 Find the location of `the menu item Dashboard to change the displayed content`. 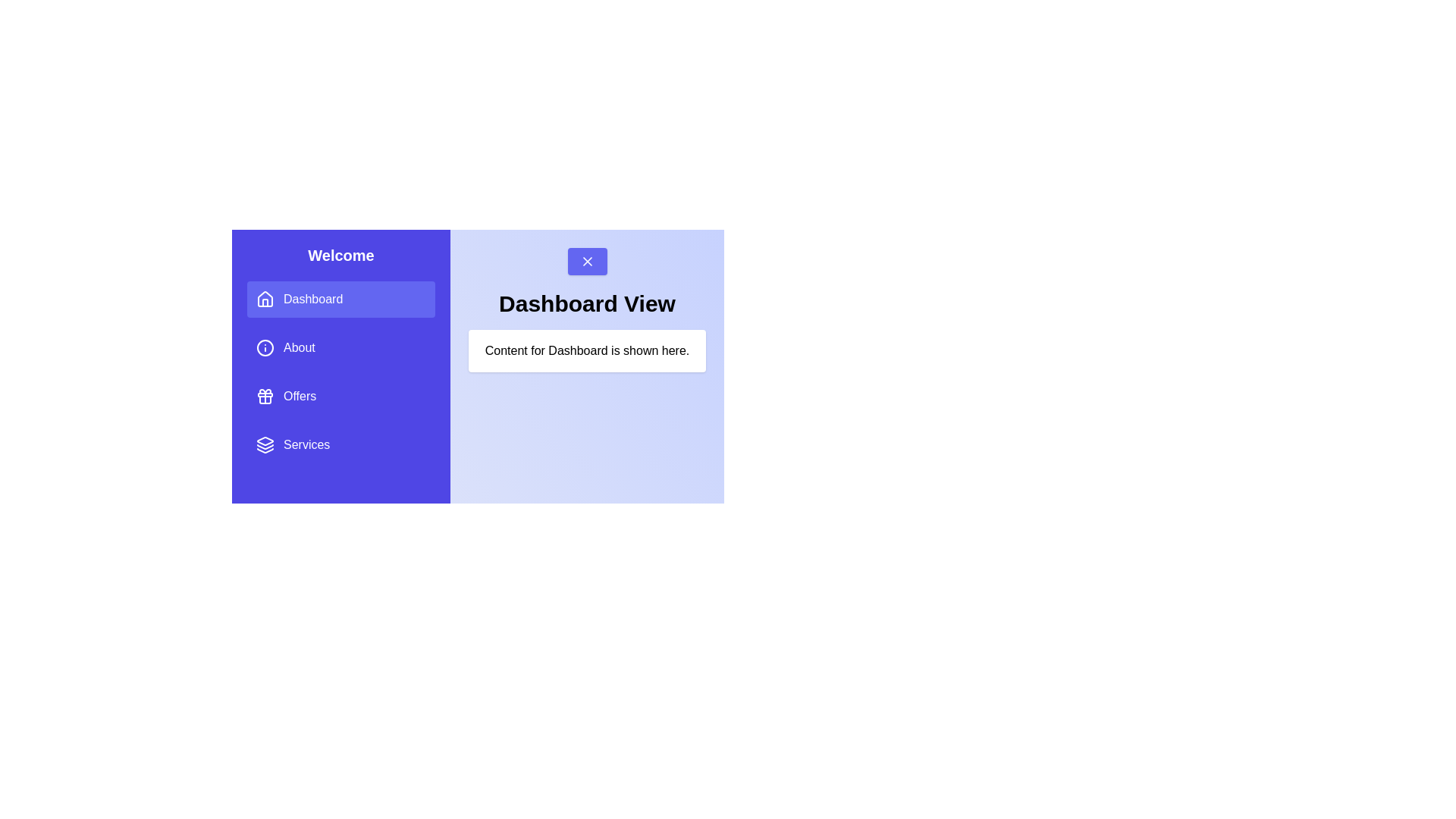

the menu item Dashboard to change the displayed content is located at coordinates (340, 299).